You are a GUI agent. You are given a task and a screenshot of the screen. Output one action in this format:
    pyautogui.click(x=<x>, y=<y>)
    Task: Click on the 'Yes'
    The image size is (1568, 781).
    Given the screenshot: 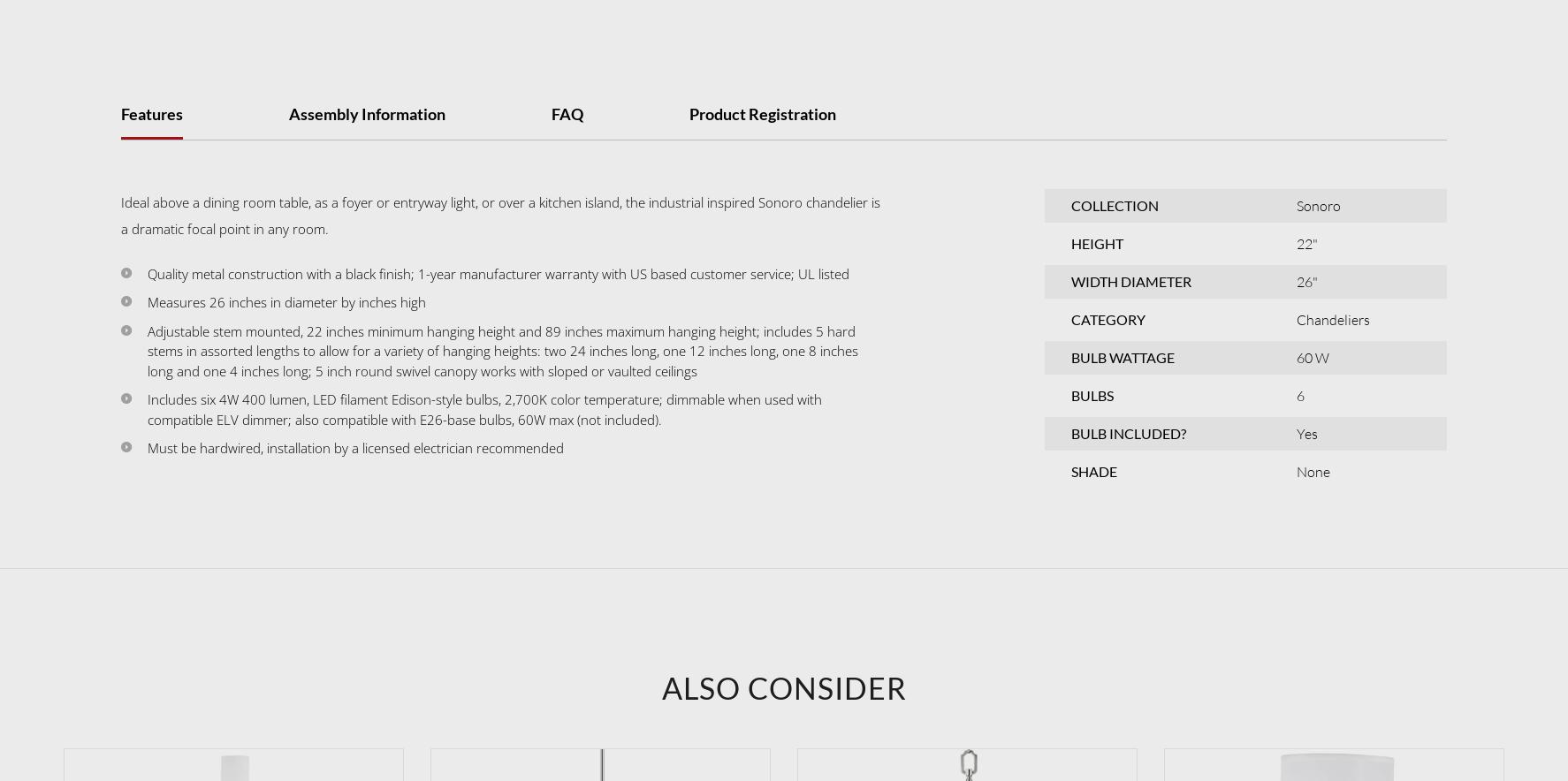 What is the action you would take?
    pyautogui.click(x=1295, y=432)
    